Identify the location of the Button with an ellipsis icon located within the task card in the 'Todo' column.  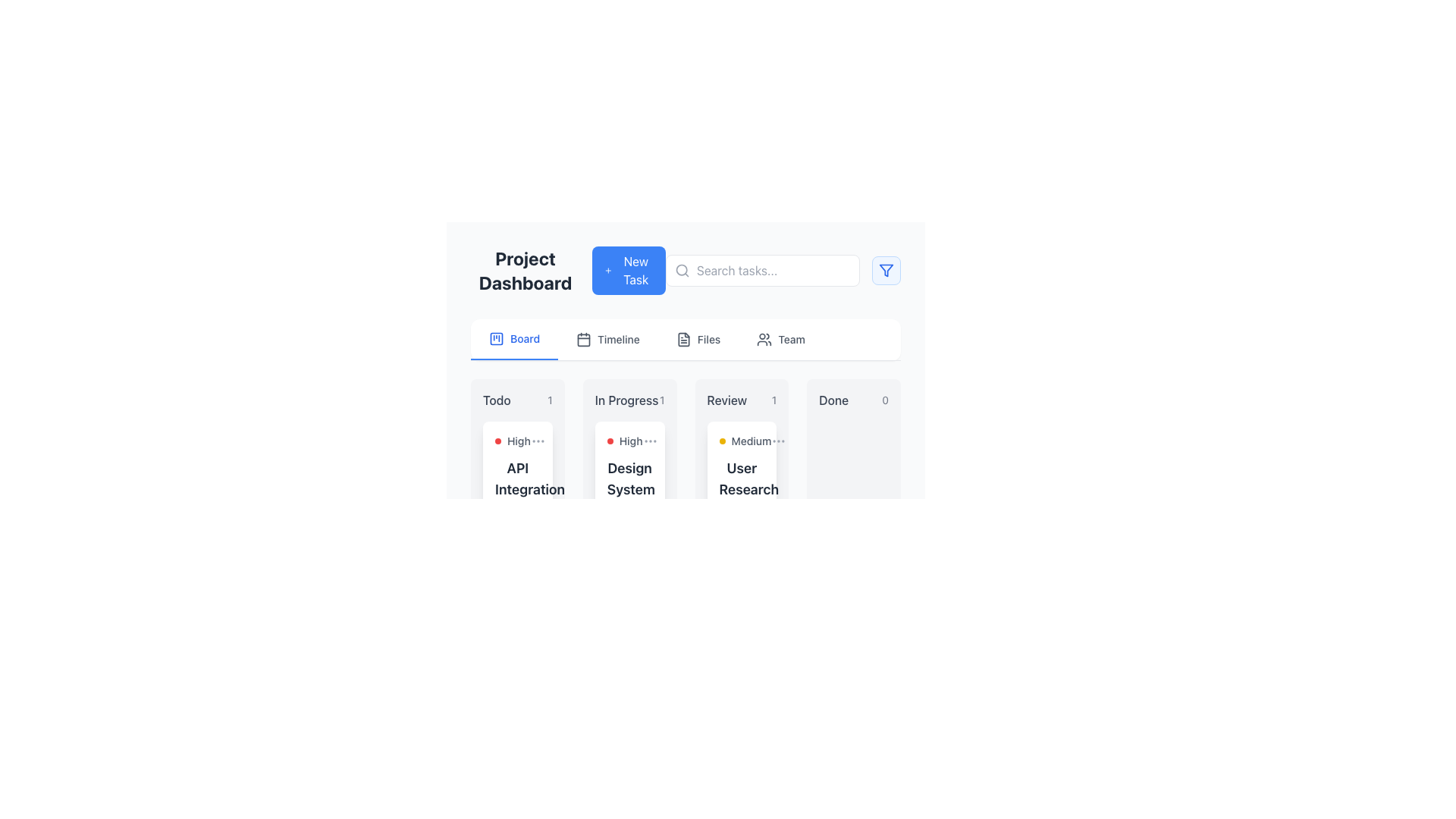
(538, 441).